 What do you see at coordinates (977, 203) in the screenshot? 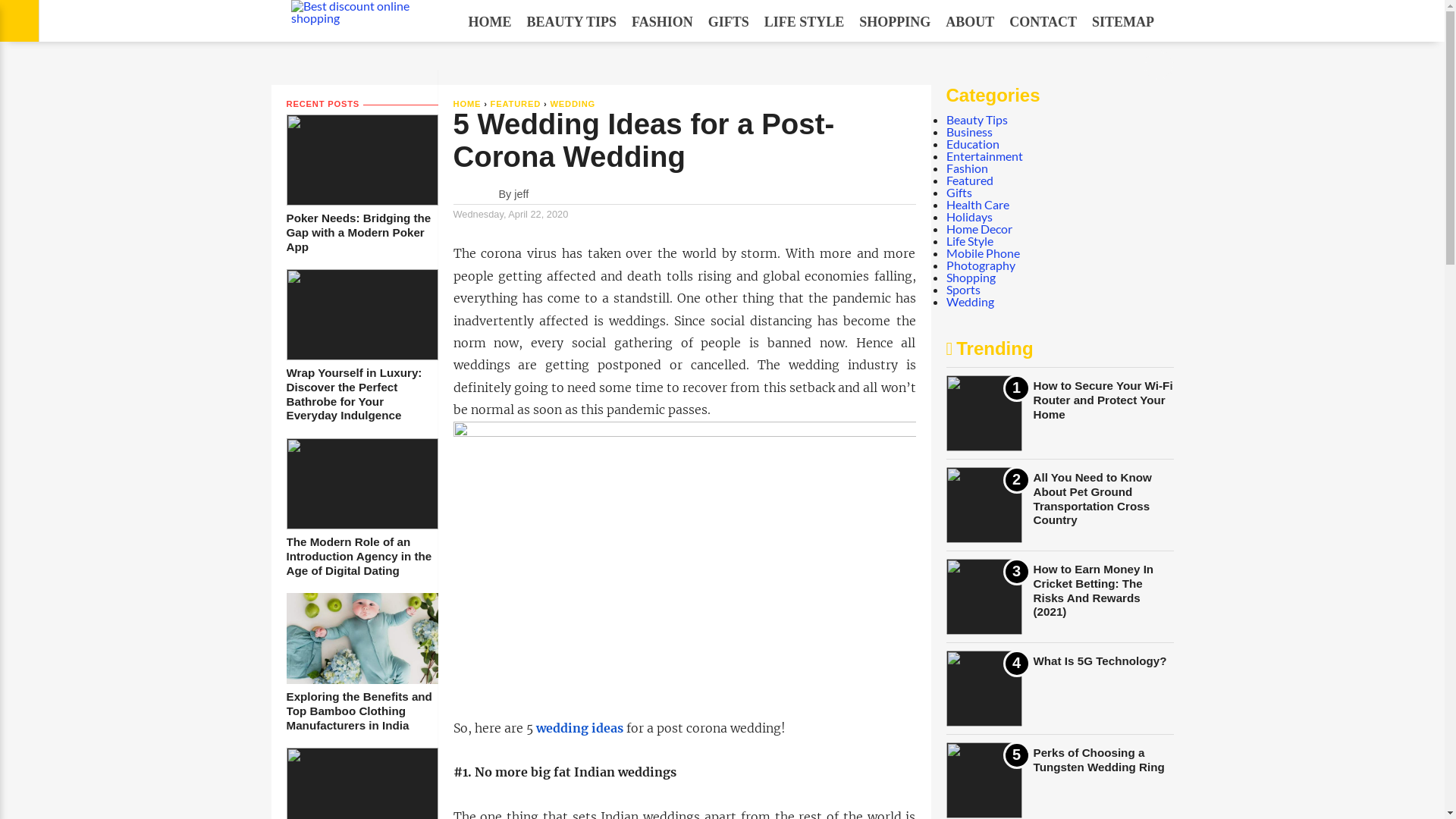
I see `'Health Care'` at bounding box center [977, 203].